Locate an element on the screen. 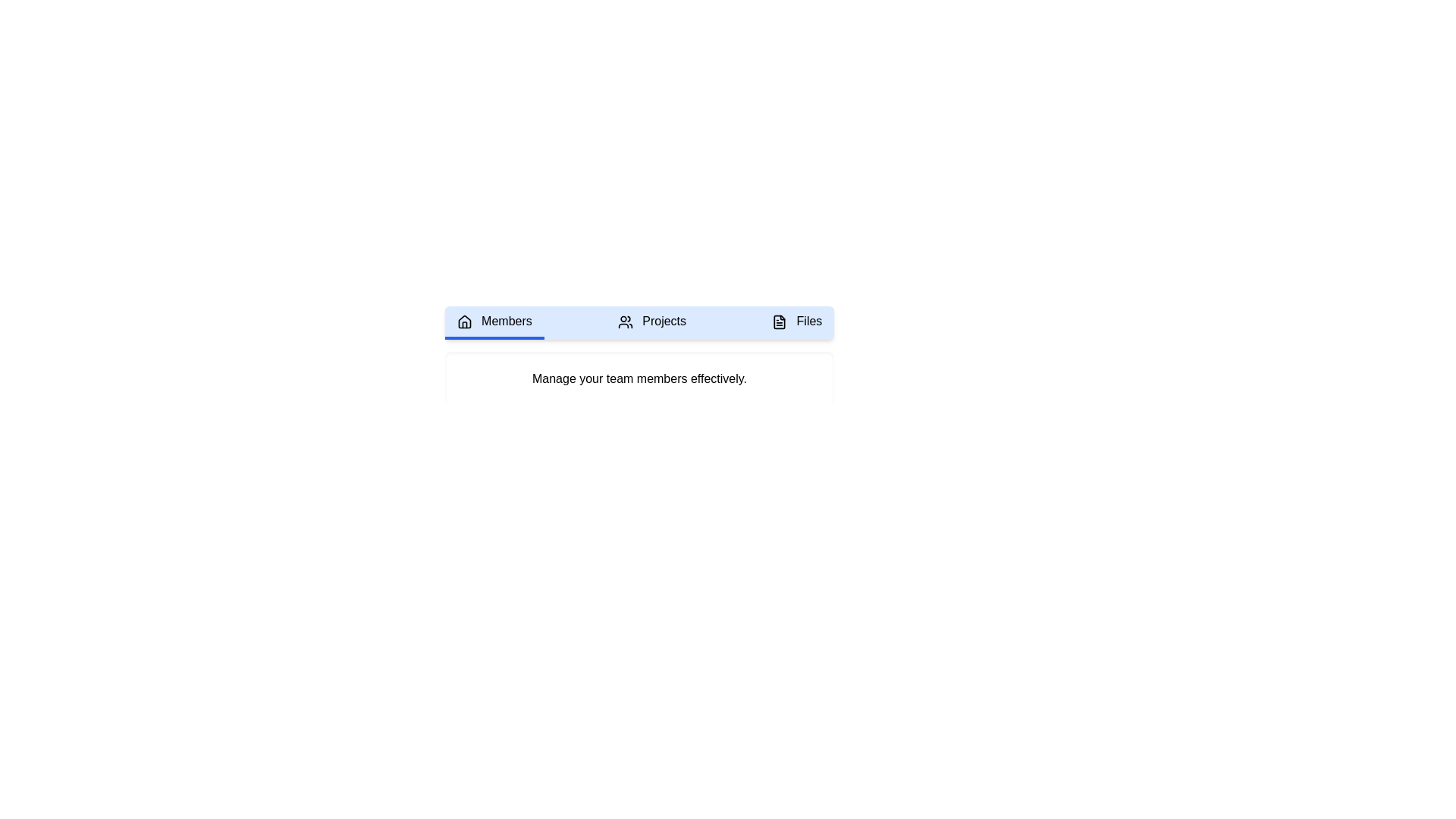  the static text element that provides guidance on managing team members efficiently, located below the navigation bar with tabs labeled 'Members', 'Projects', and 'Files' is located at coordinates (639, 378).